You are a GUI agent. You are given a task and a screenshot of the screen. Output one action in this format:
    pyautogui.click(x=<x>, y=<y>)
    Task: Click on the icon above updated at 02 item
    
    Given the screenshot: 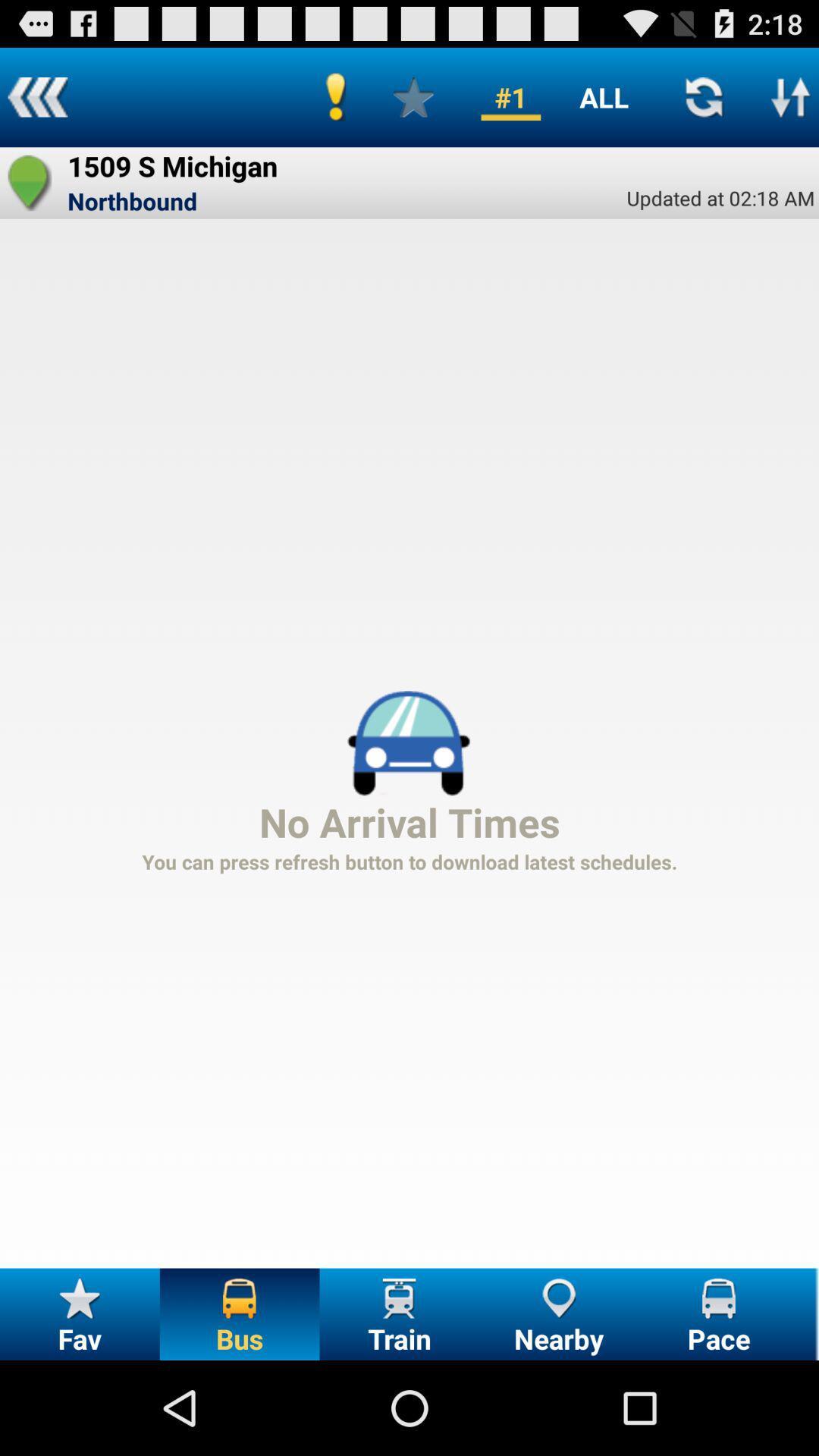 What is the action you would take?
    pyautogui.click(x=790, y=96)
    